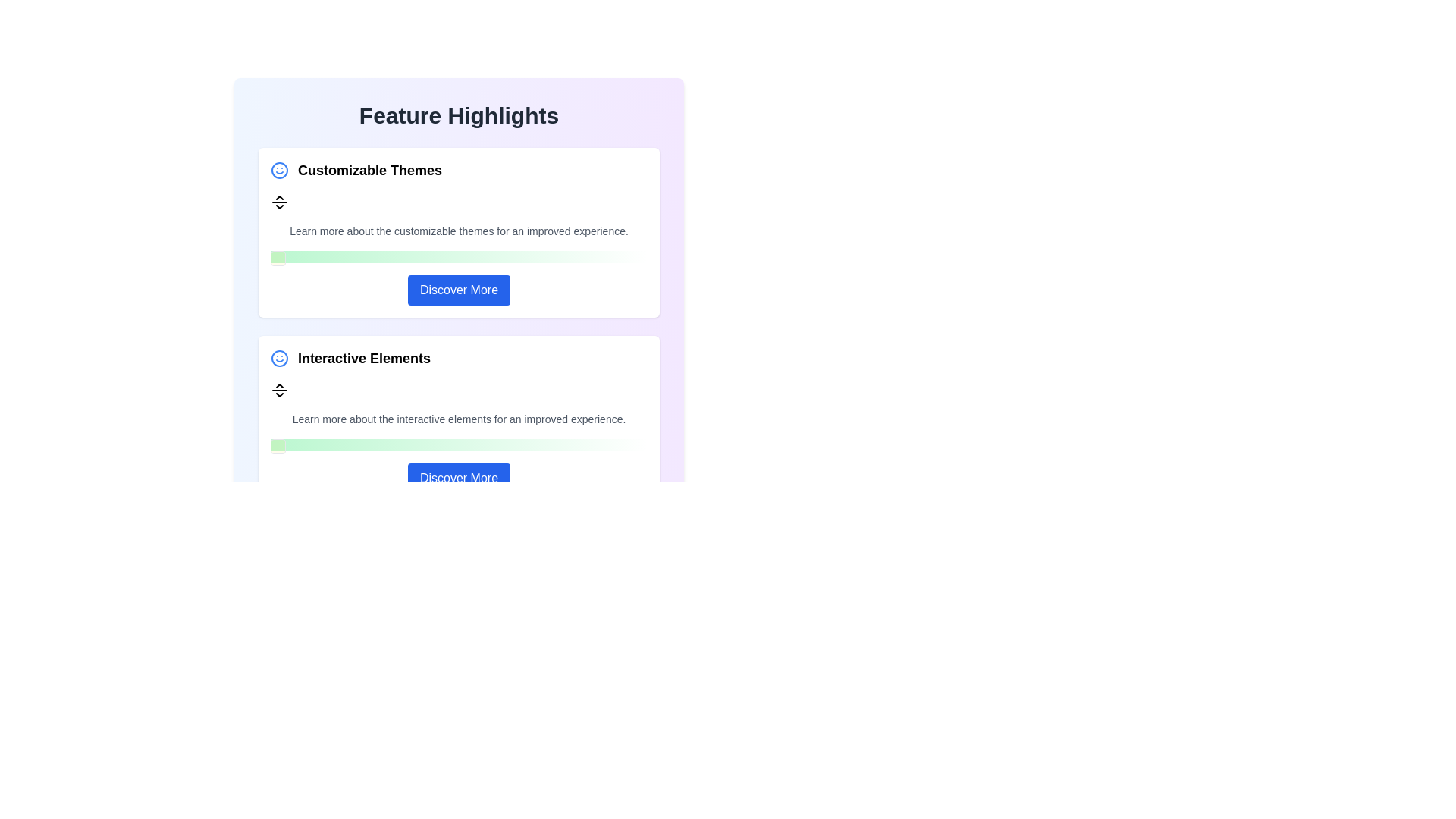 This screenshot has width=1456, height=819. What do you see at coordinates (280, 359) in the screenshot?
I see `the circular SVG element with a blue outline and white fill, which serves as the primary background shape of the smiling face icon for 'Customizable Themes'` at bounding box center [280, 359].